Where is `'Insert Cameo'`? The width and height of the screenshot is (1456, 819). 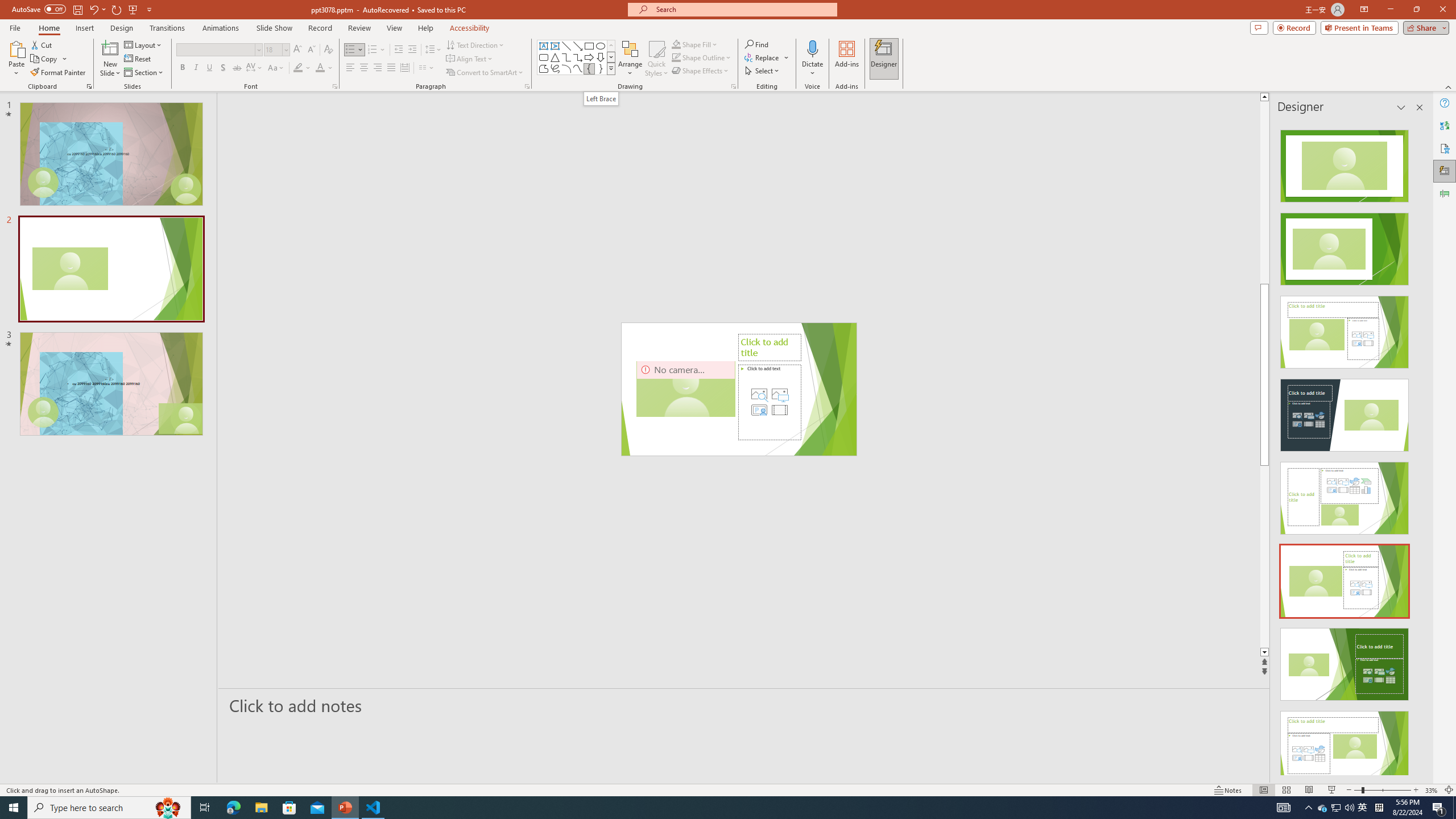 'Insert Cameo' is located at coordinates (759, 409).